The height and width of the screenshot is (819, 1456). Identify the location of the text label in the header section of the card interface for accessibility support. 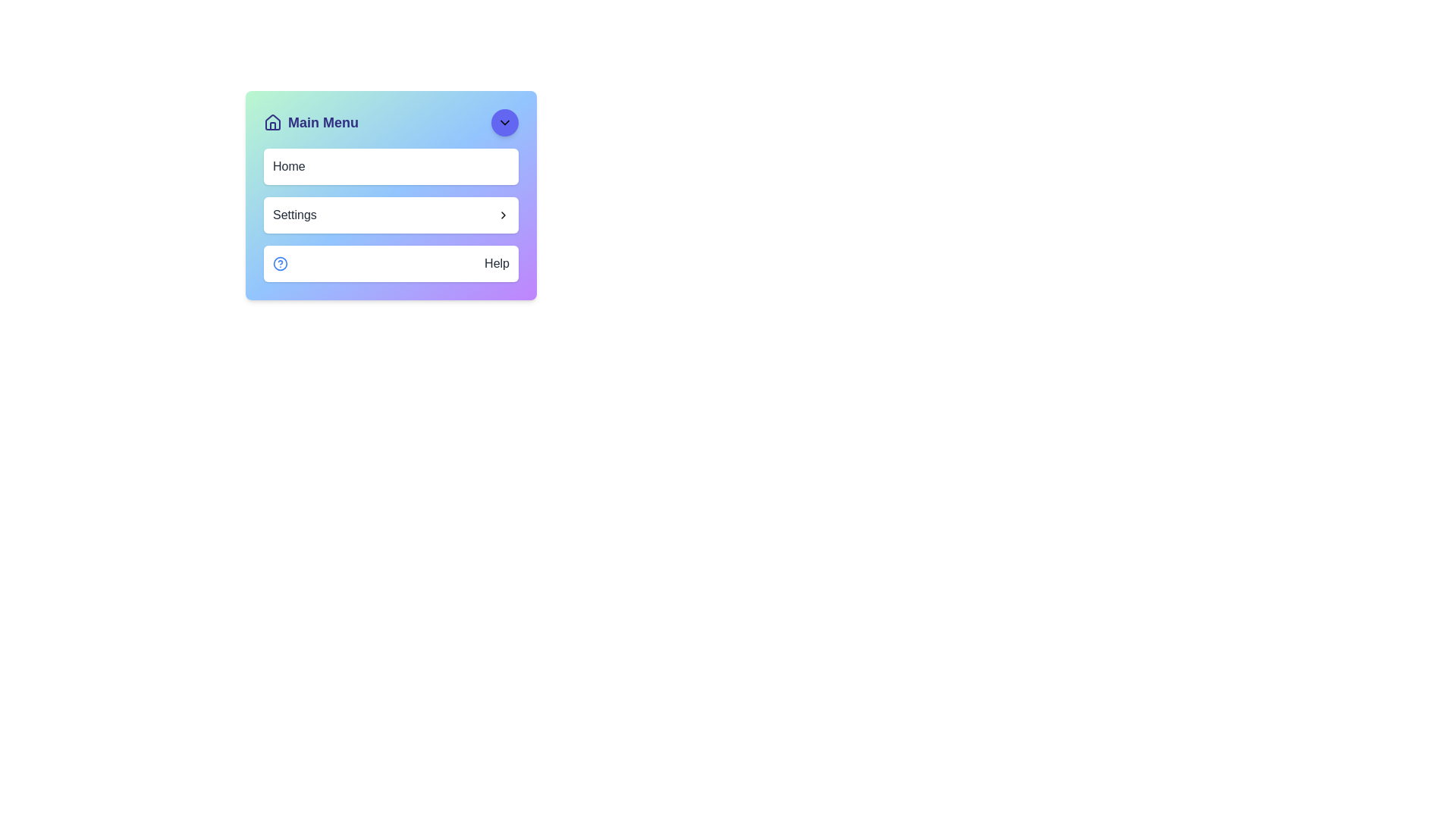
(310, 122).